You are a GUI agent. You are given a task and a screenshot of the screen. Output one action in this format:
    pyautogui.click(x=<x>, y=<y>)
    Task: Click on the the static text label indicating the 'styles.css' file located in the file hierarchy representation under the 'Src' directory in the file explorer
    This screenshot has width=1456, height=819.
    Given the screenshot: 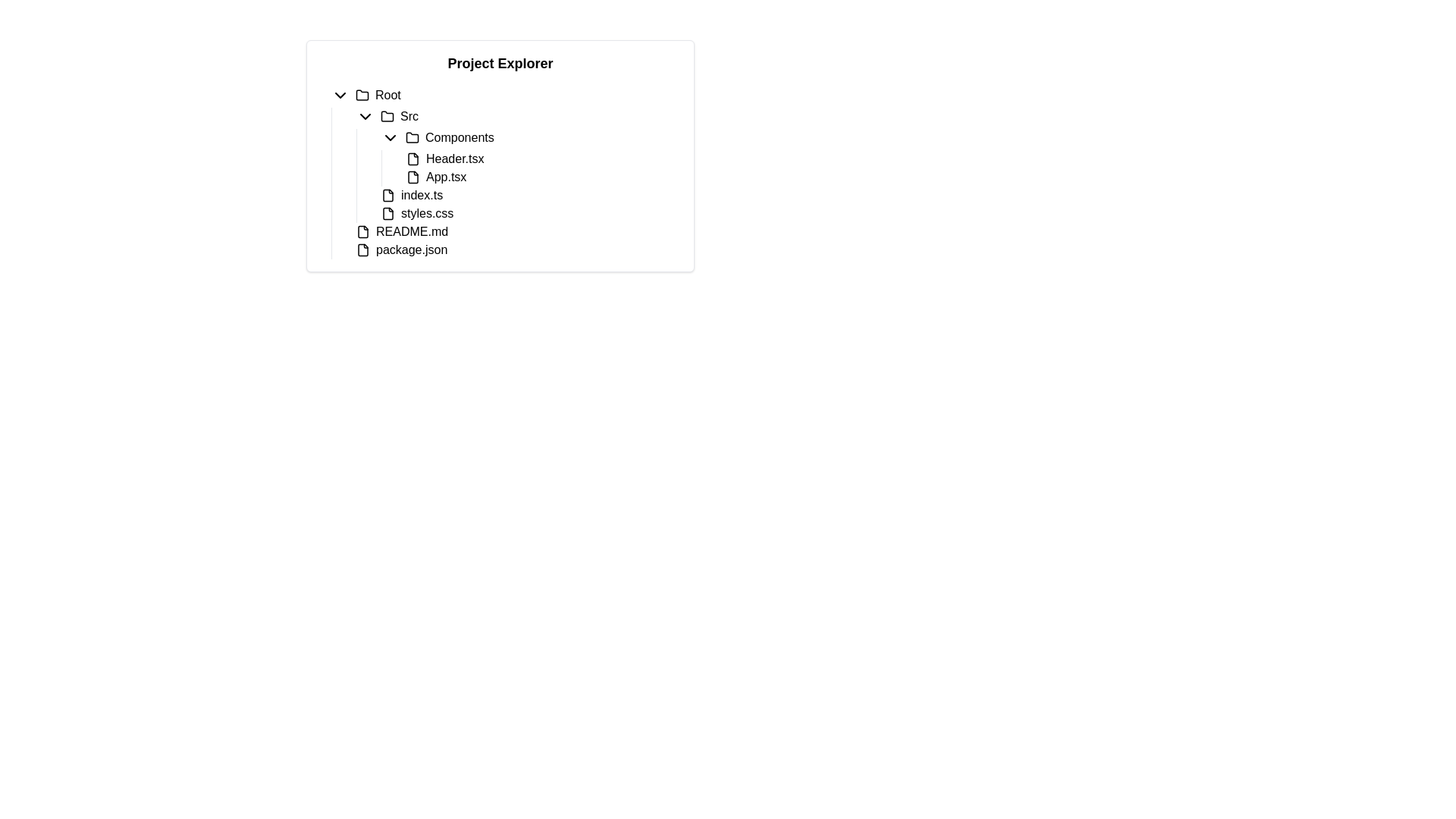 What is the action you would take?
    pyautogui.click(x=426, y=213)
    